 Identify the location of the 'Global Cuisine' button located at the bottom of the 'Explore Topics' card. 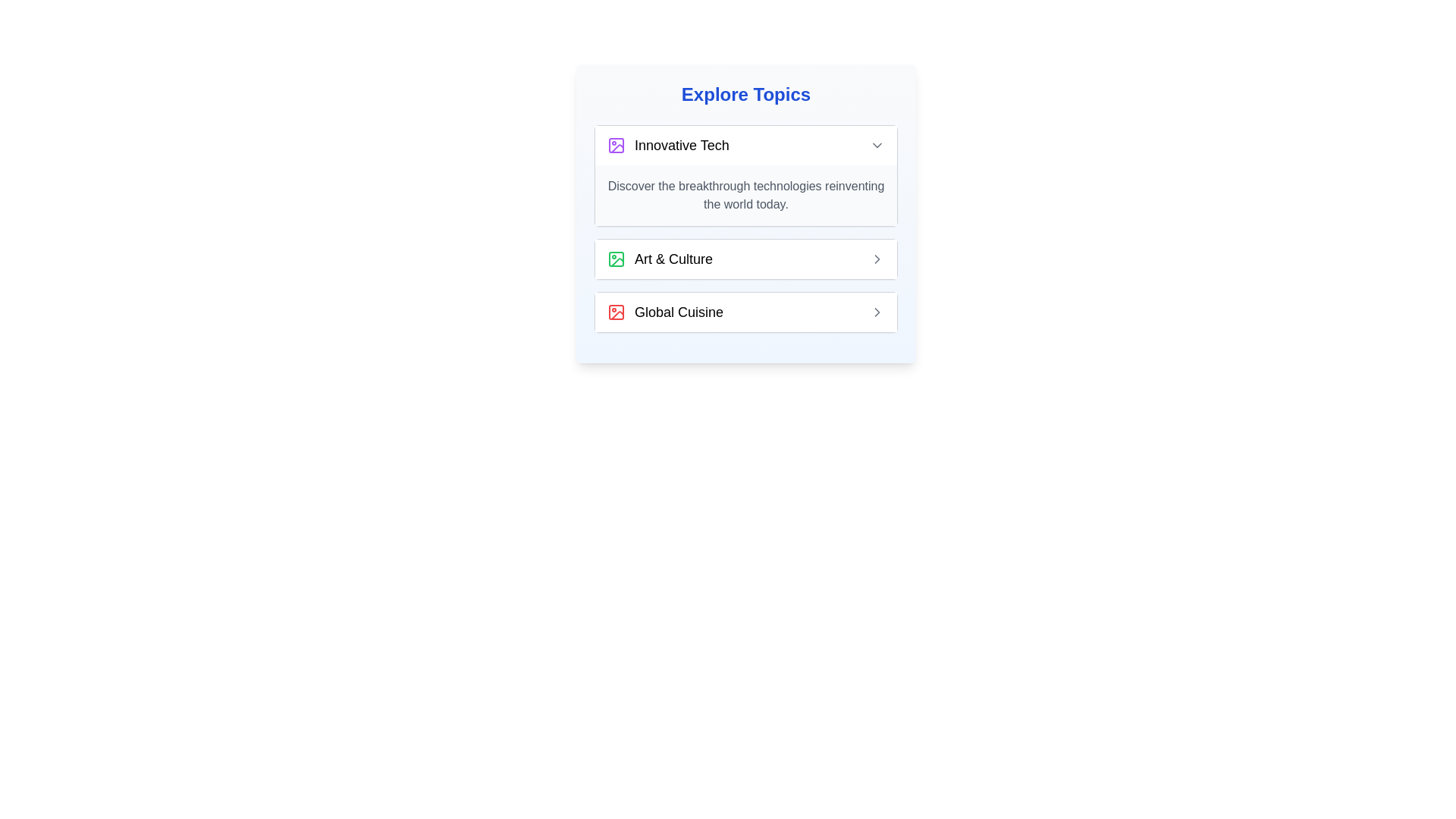
(745, 312).